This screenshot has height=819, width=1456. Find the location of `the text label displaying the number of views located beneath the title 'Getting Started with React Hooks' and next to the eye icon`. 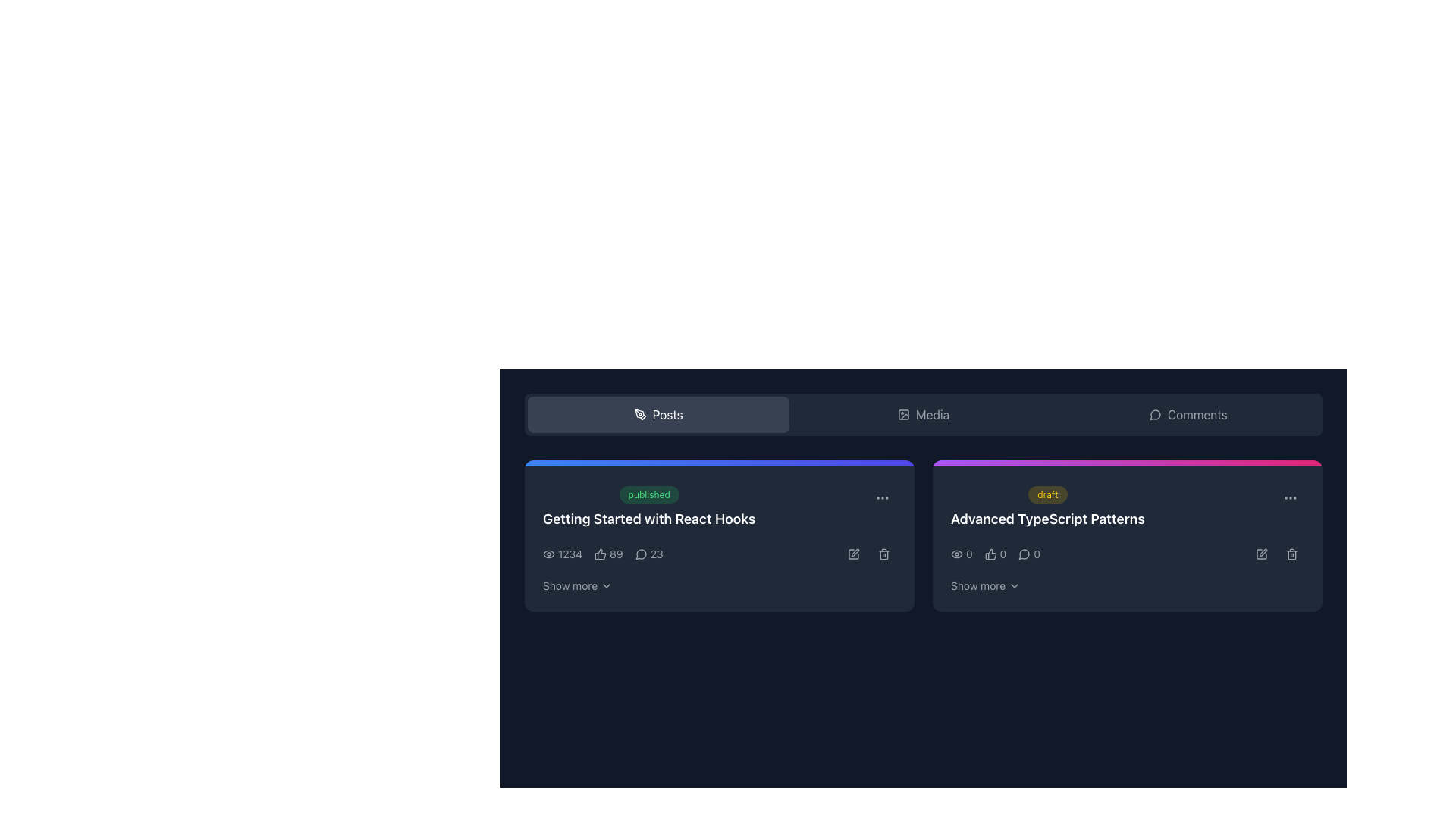

the text label displaying the number of views located beneath the title 'Getting Started with React Hooks' and next to the eye icon is located at coordinates (570, 554).